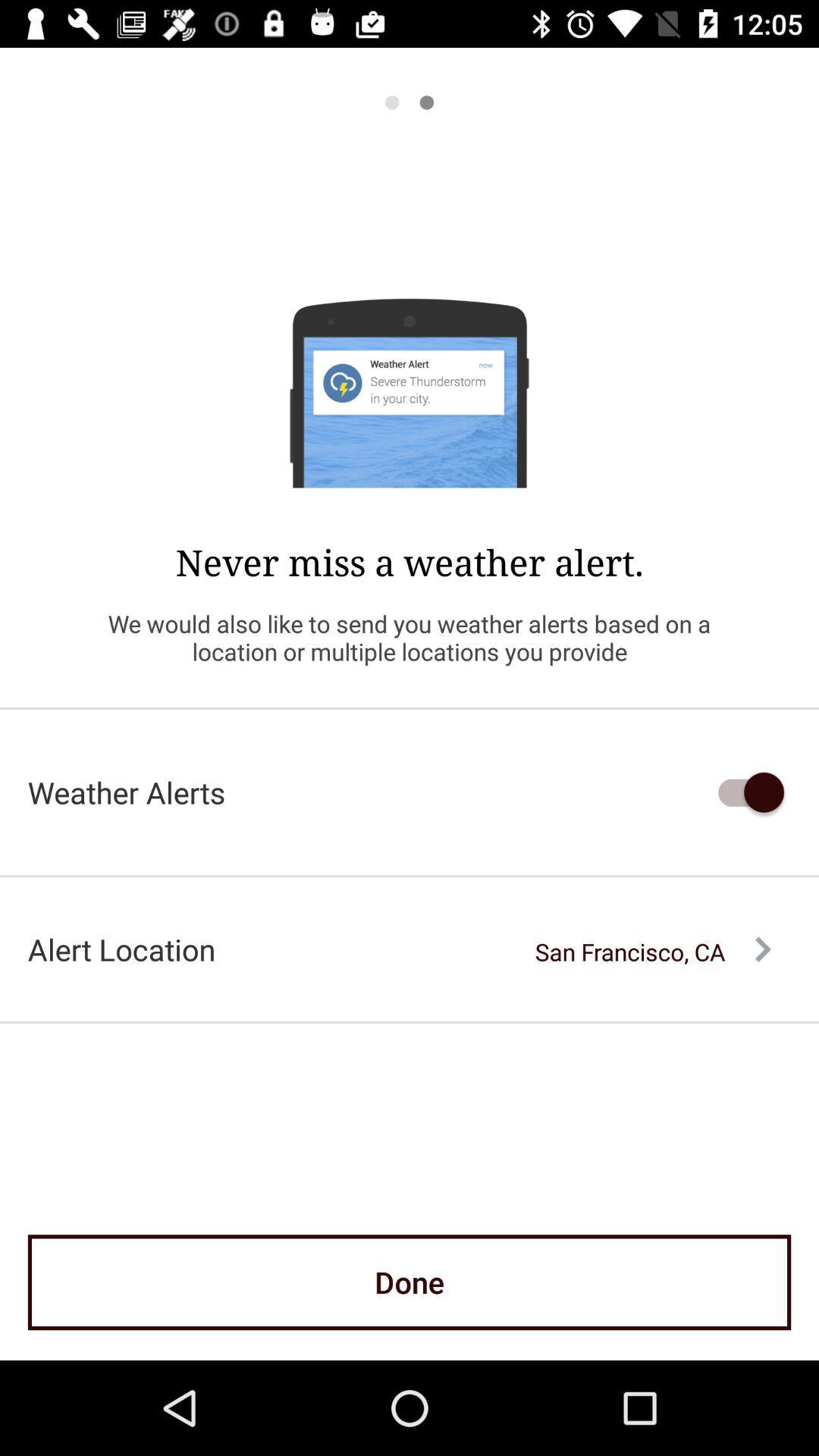  What do you see at coordinates (652, 951) in the screenshot?
I see `item to the right of the alert location icon` at bounding box center [652, 951].